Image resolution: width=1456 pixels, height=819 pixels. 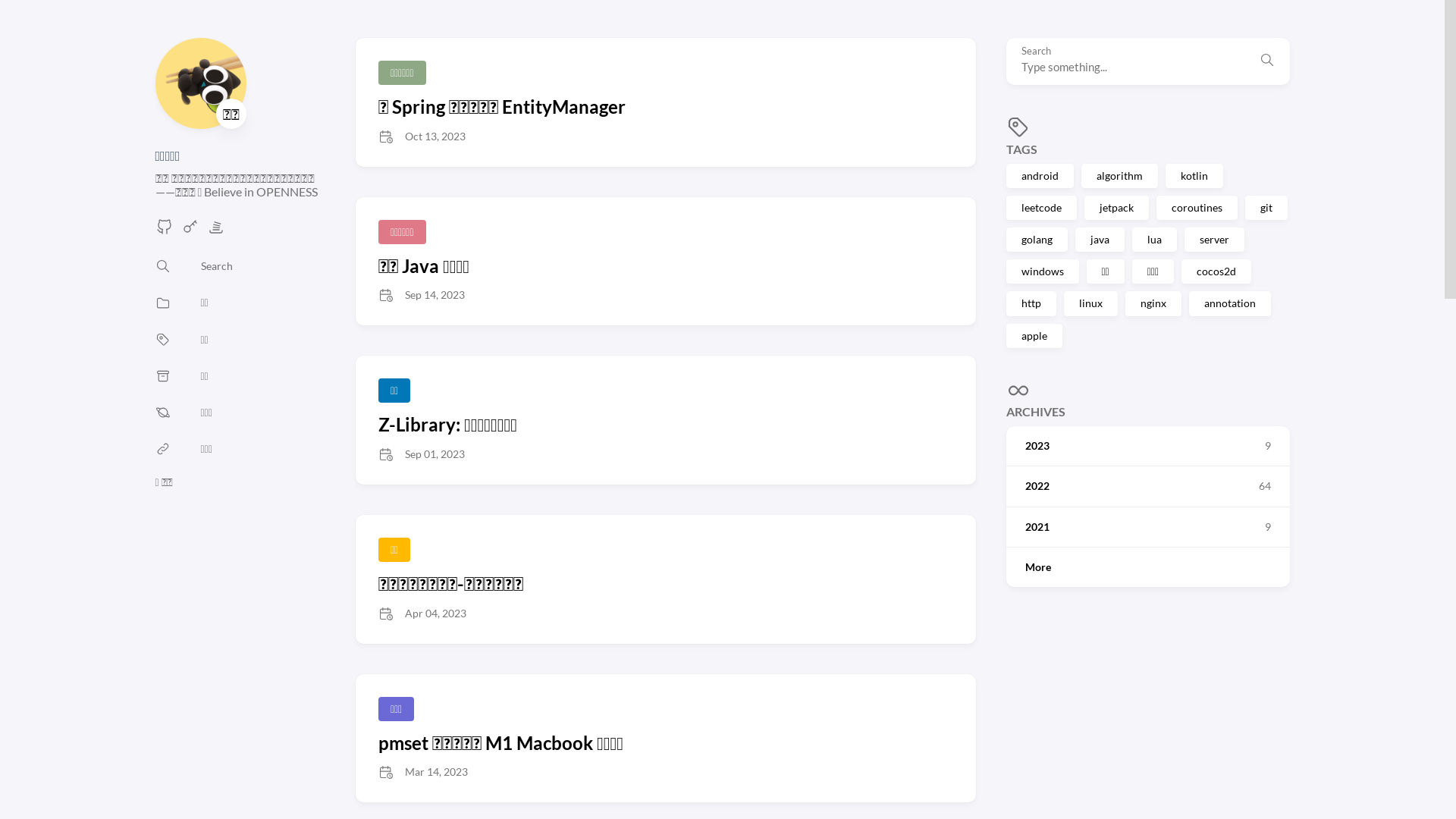 I want to click on 'lua', so click(x=1153, y=239).